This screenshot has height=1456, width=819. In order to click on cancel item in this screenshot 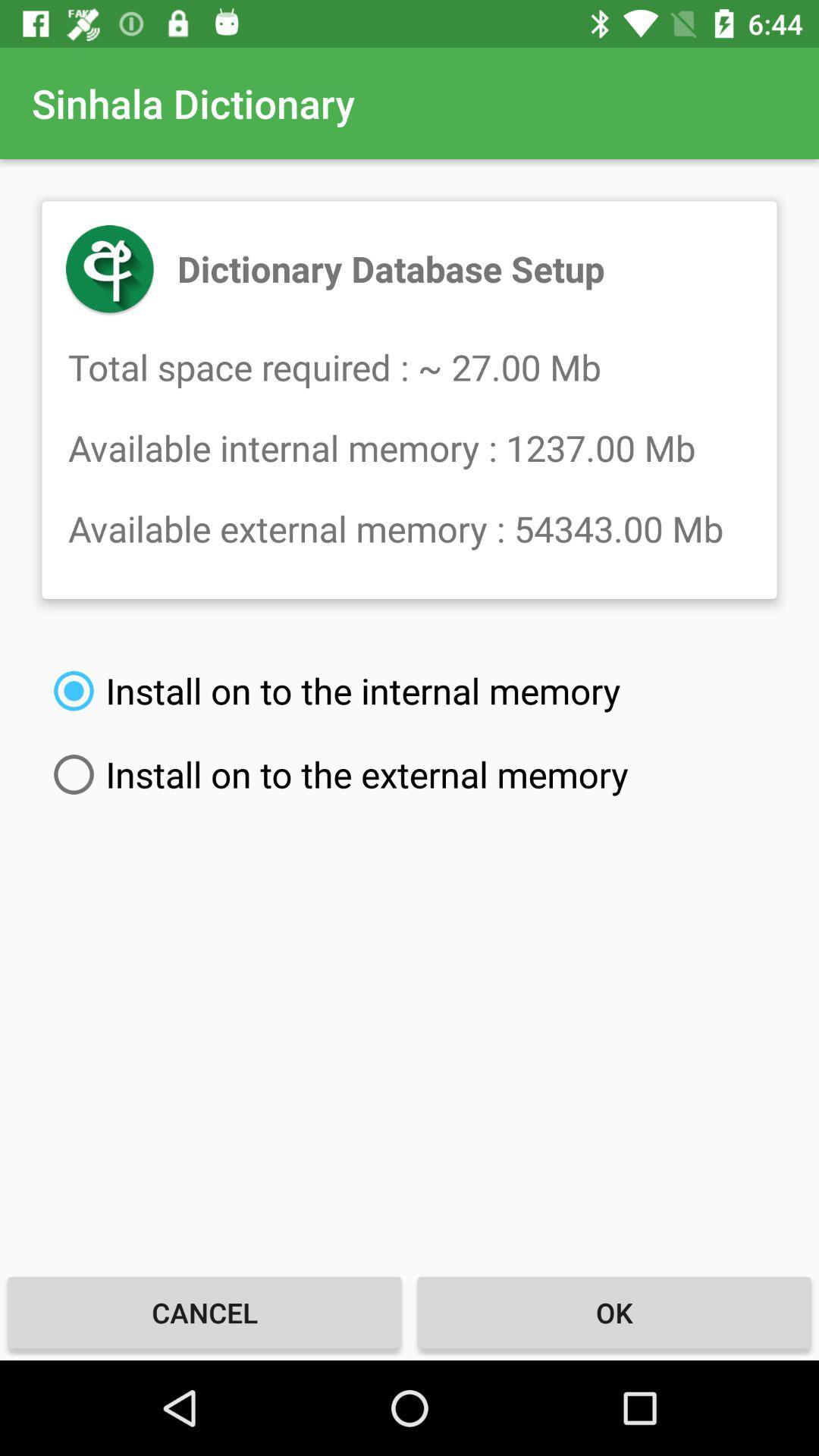, I will do `click(205, 1312)`.